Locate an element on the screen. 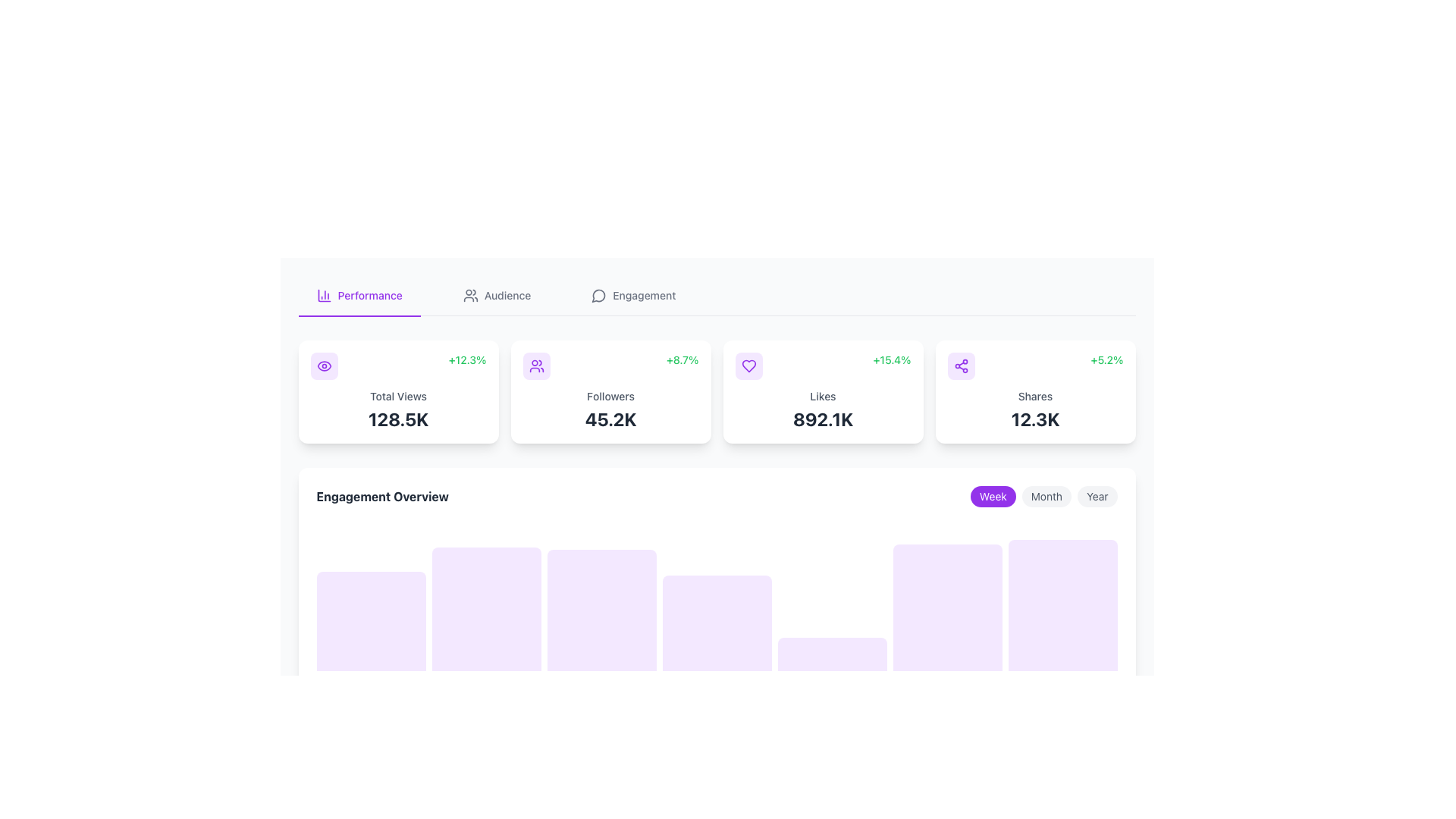 The width and height of the screenshot is (1456, 819). the statistical display showing total views, which is located in the white rounded rectangle section below the 'Total Views' text on the left side of the dashboard is located at coordinates (398, 419).